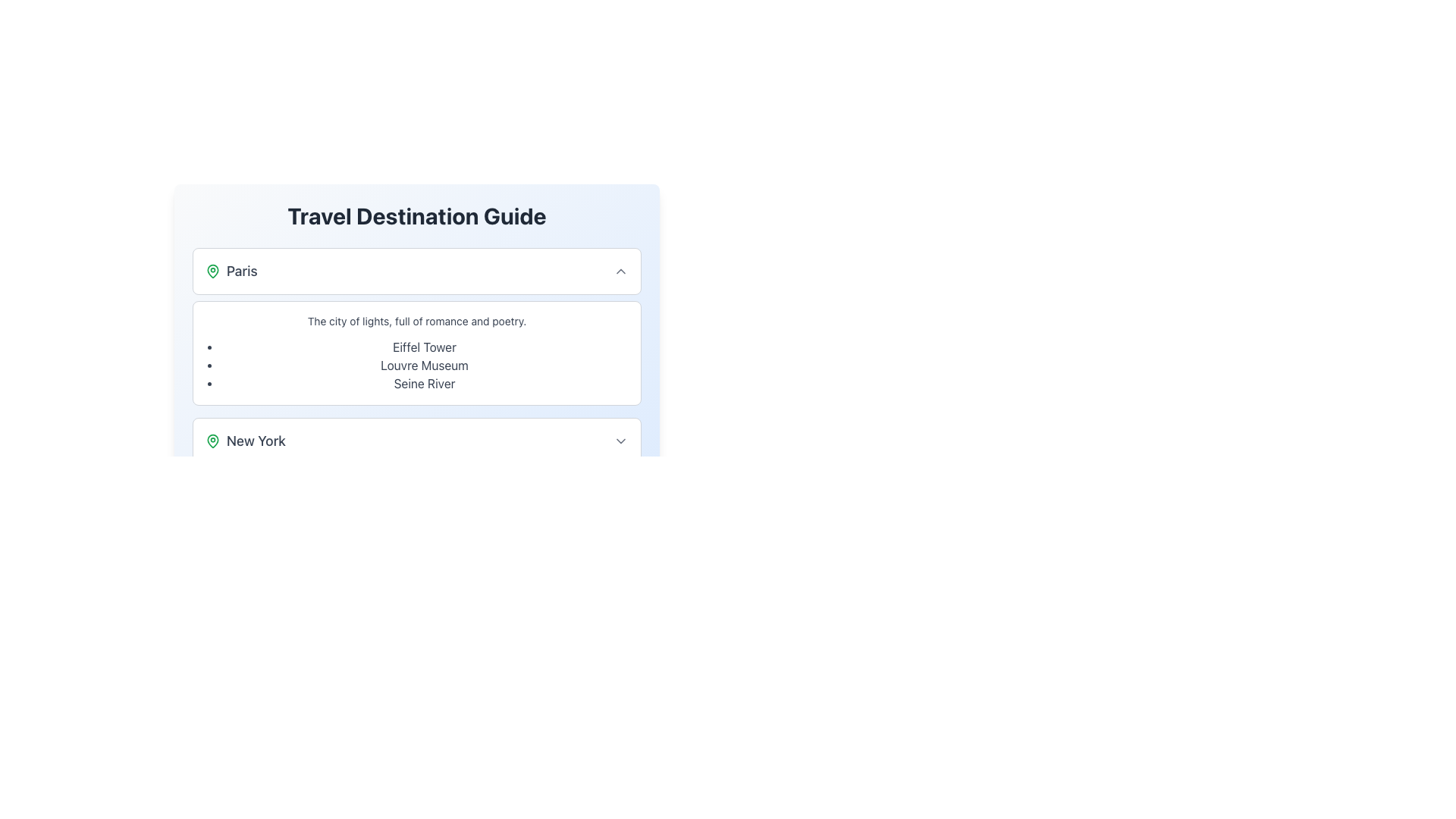 This screenshot has height=819, width=1456. I want to click on the Informational panel that displays travel destination information, located centrally under the 'Travel Destination Guide' title, so click(417, 309).